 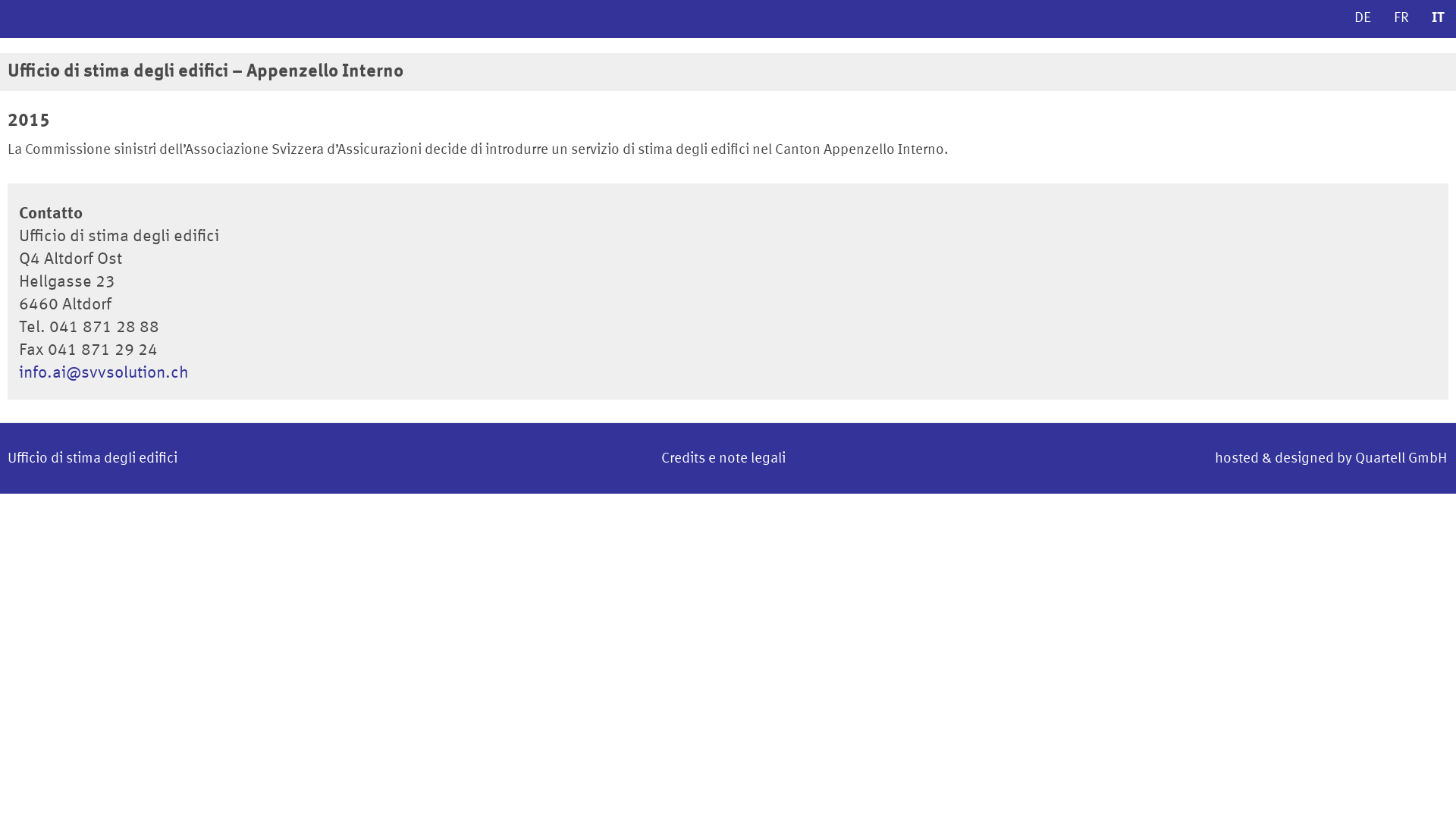 I want to click on 'IT', so click(x=1437, y=18).